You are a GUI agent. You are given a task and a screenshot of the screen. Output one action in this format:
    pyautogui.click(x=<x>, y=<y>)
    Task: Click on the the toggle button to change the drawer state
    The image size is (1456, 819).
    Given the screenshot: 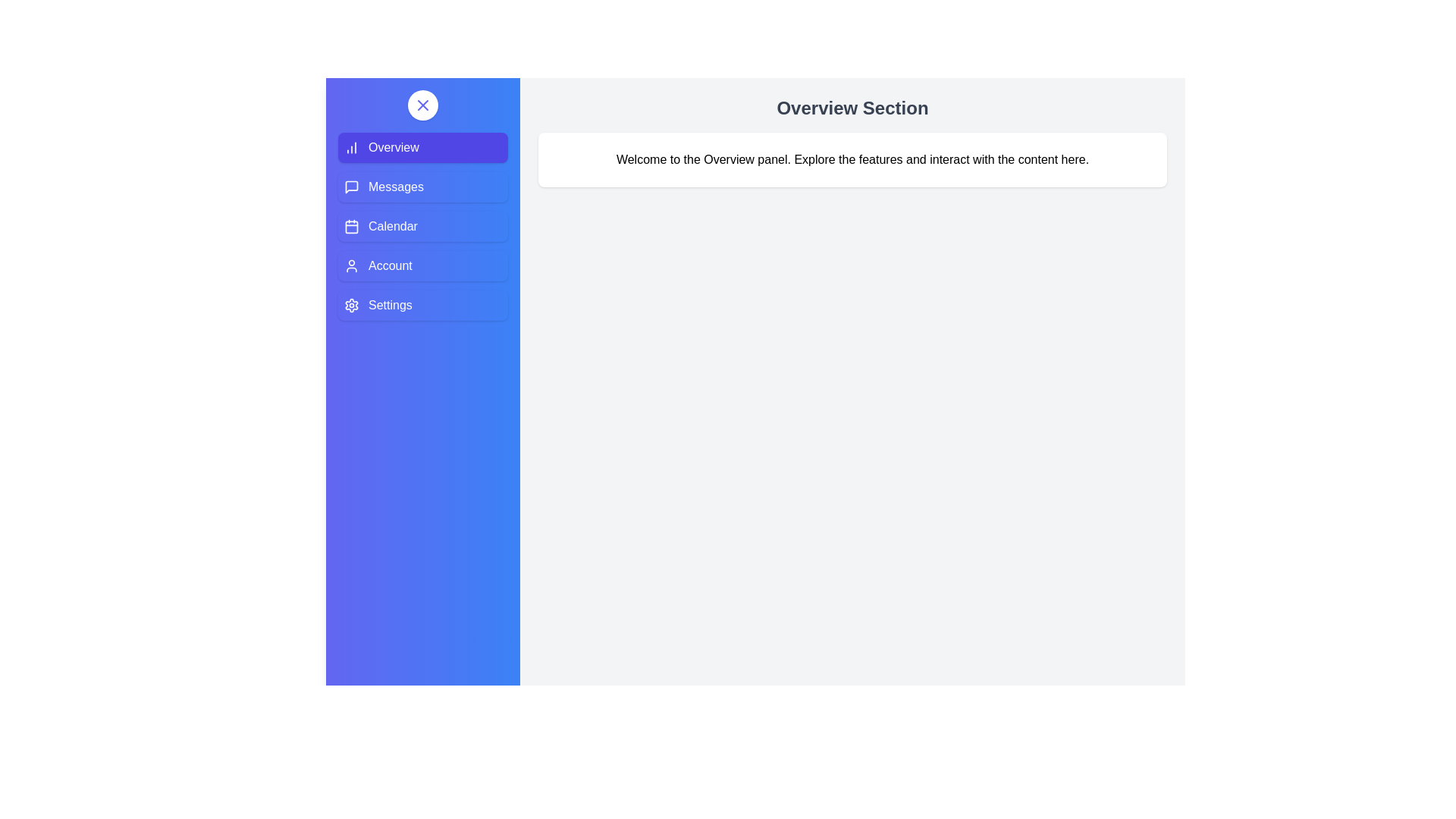 What is the action you would take?
    pyautogui.click(x=422, y=104)
    